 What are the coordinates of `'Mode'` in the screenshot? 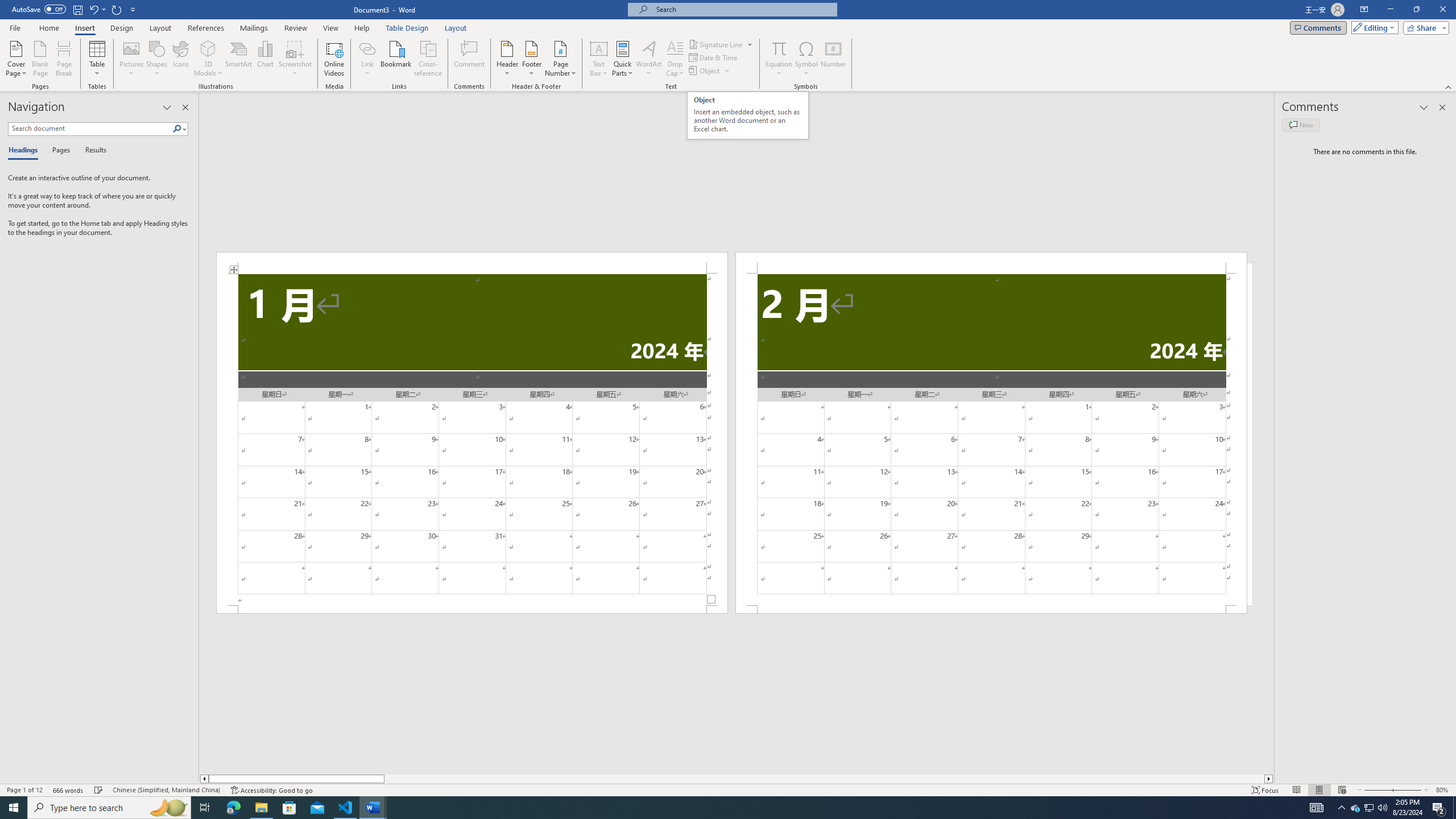 It's located at (1372, 27).